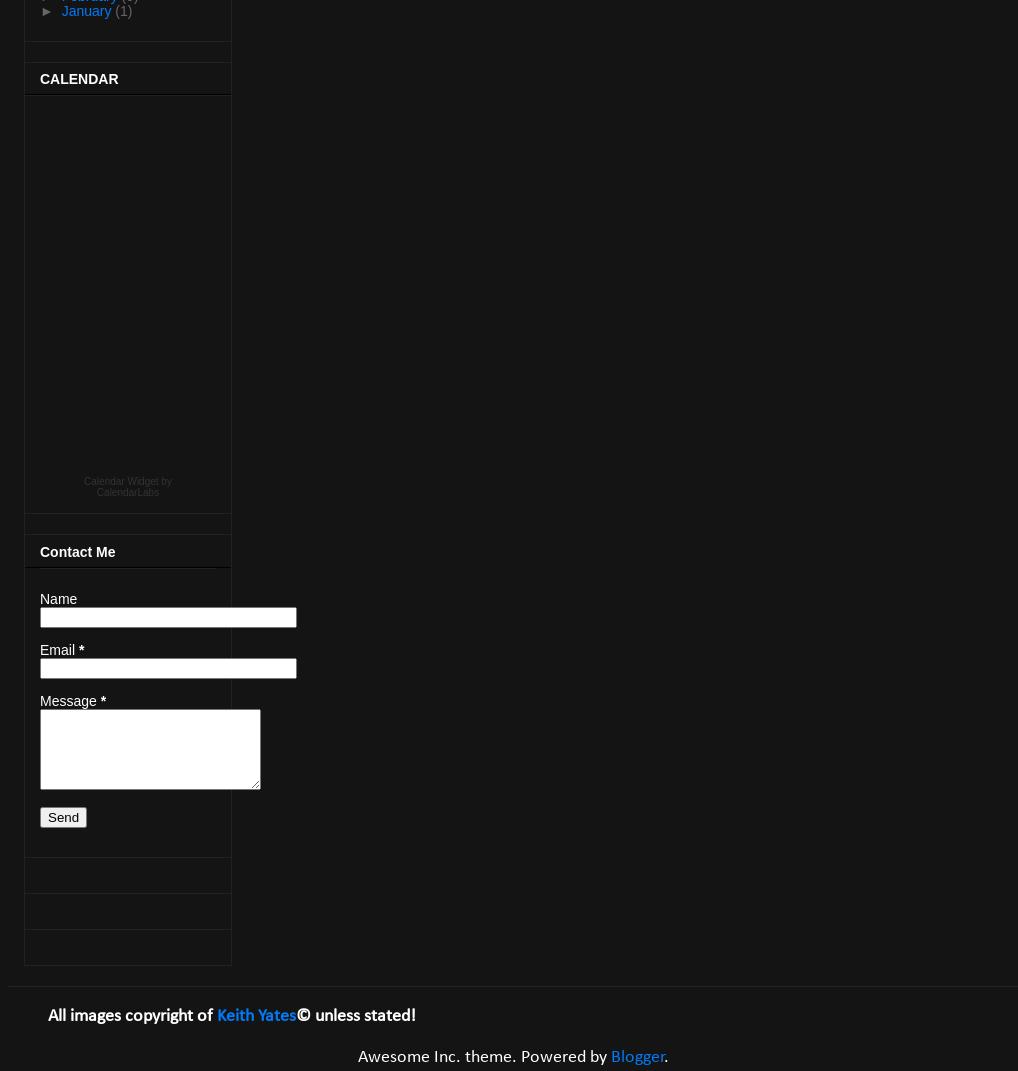 This screenshot has width=1018, height=1071. I want to click on 'Message', so click(70, 700).